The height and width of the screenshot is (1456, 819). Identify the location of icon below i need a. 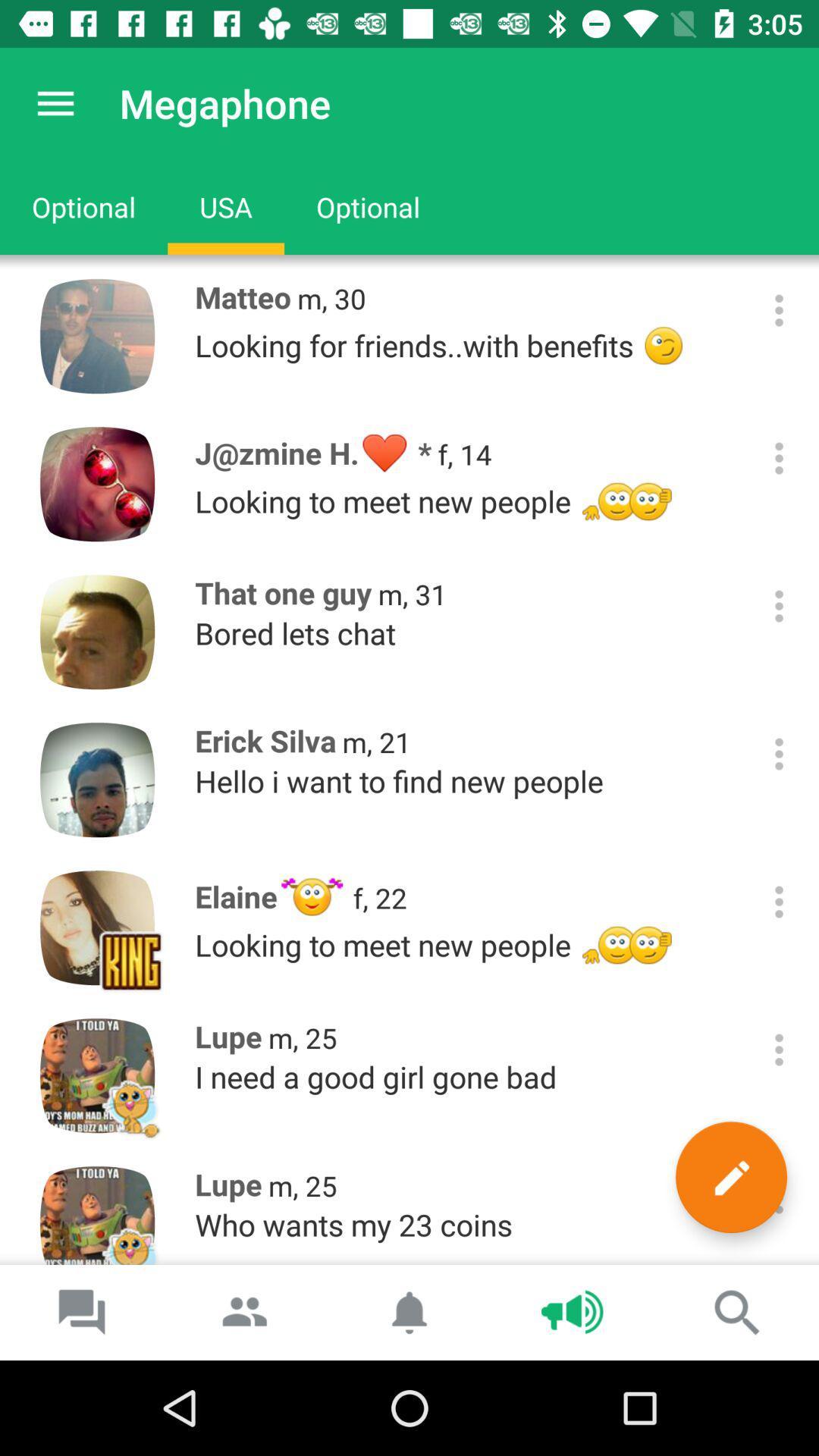
(730, 1176).